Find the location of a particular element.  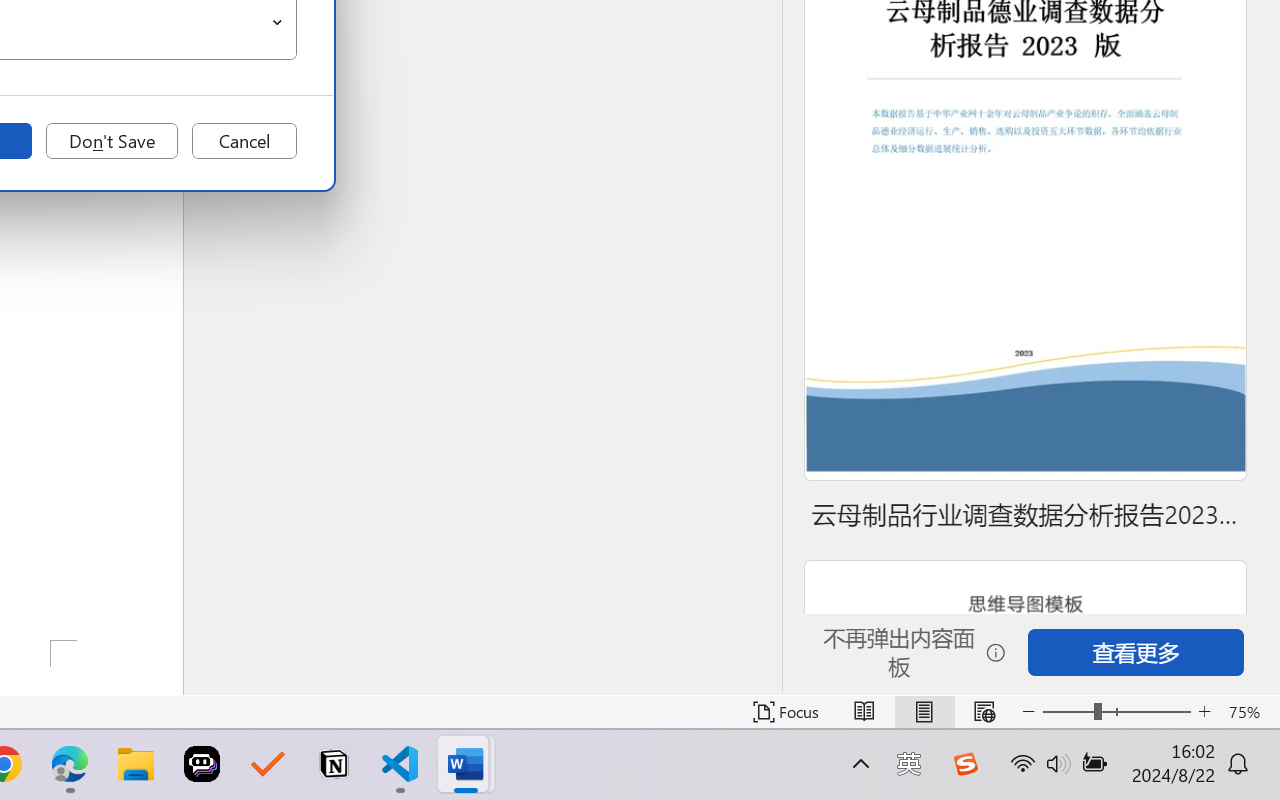

'Web Layout' is located at coordinates (984, 711).